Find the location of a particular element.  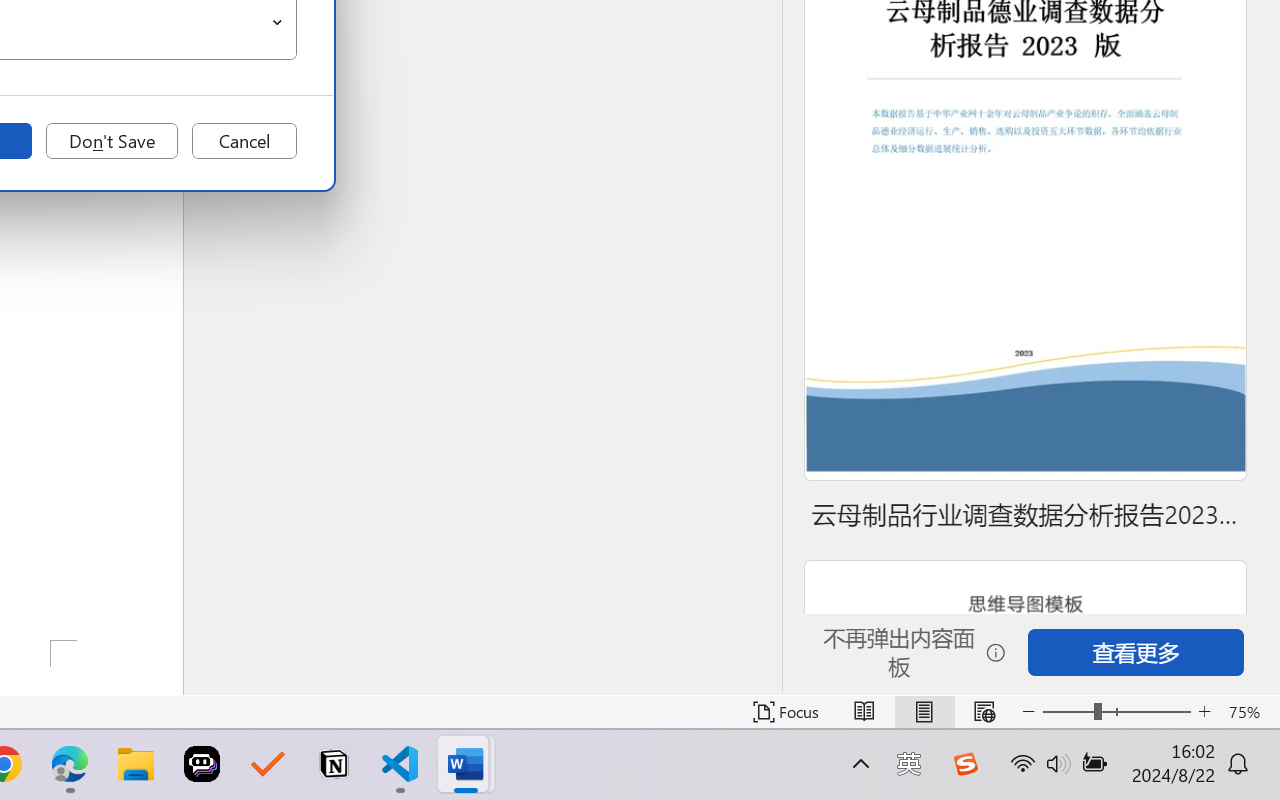

'Web Layout' is located at coordinates (984, 711).